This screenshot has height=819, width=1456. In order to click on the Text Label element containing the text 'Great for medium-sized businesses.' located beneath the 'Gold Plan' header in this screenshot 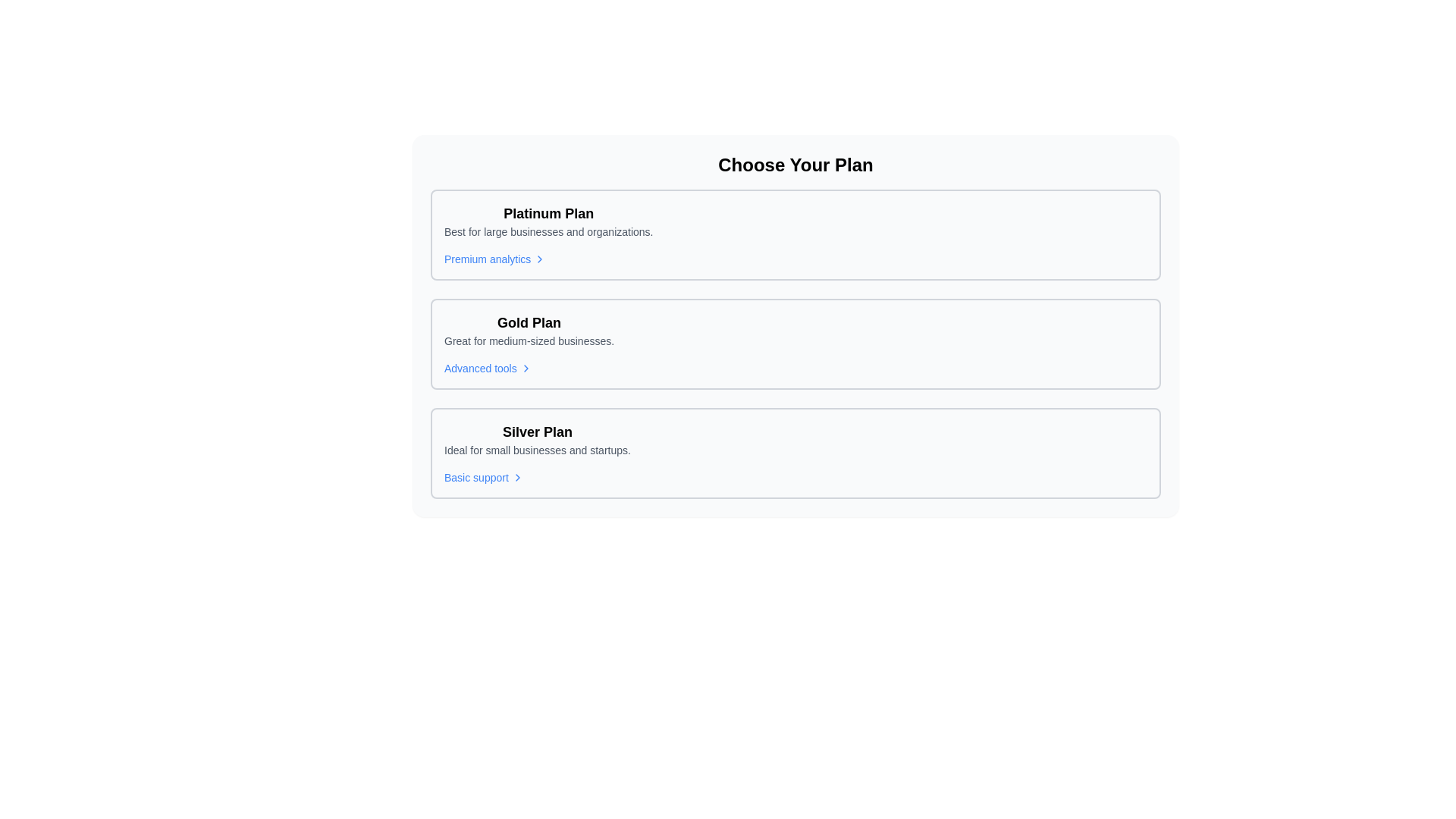, I will do `click(529, 341)`.